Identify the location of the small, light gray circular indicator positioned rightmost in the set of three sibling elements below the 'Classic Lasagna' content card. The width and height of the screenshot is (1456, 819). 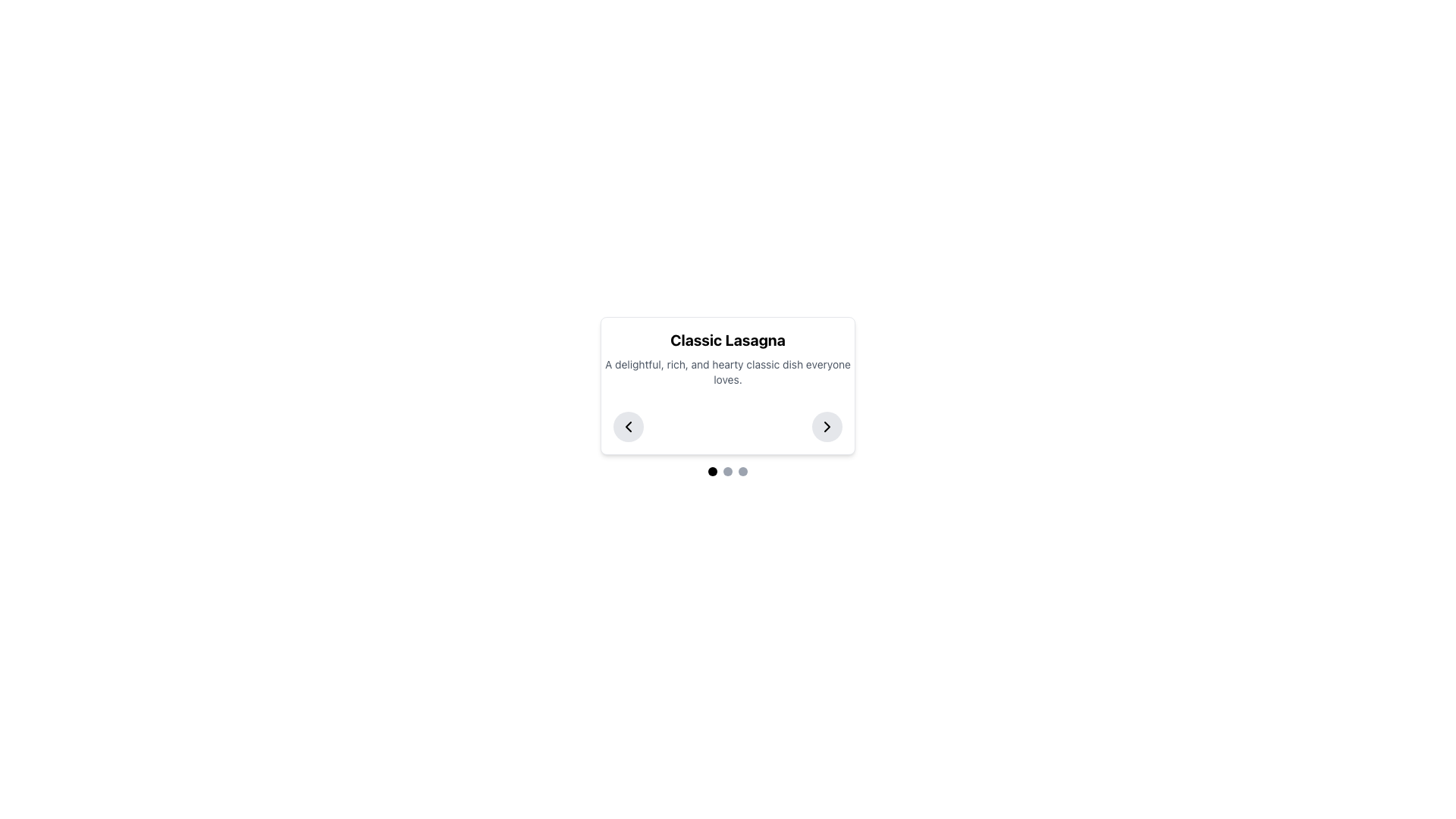
(742, 470).